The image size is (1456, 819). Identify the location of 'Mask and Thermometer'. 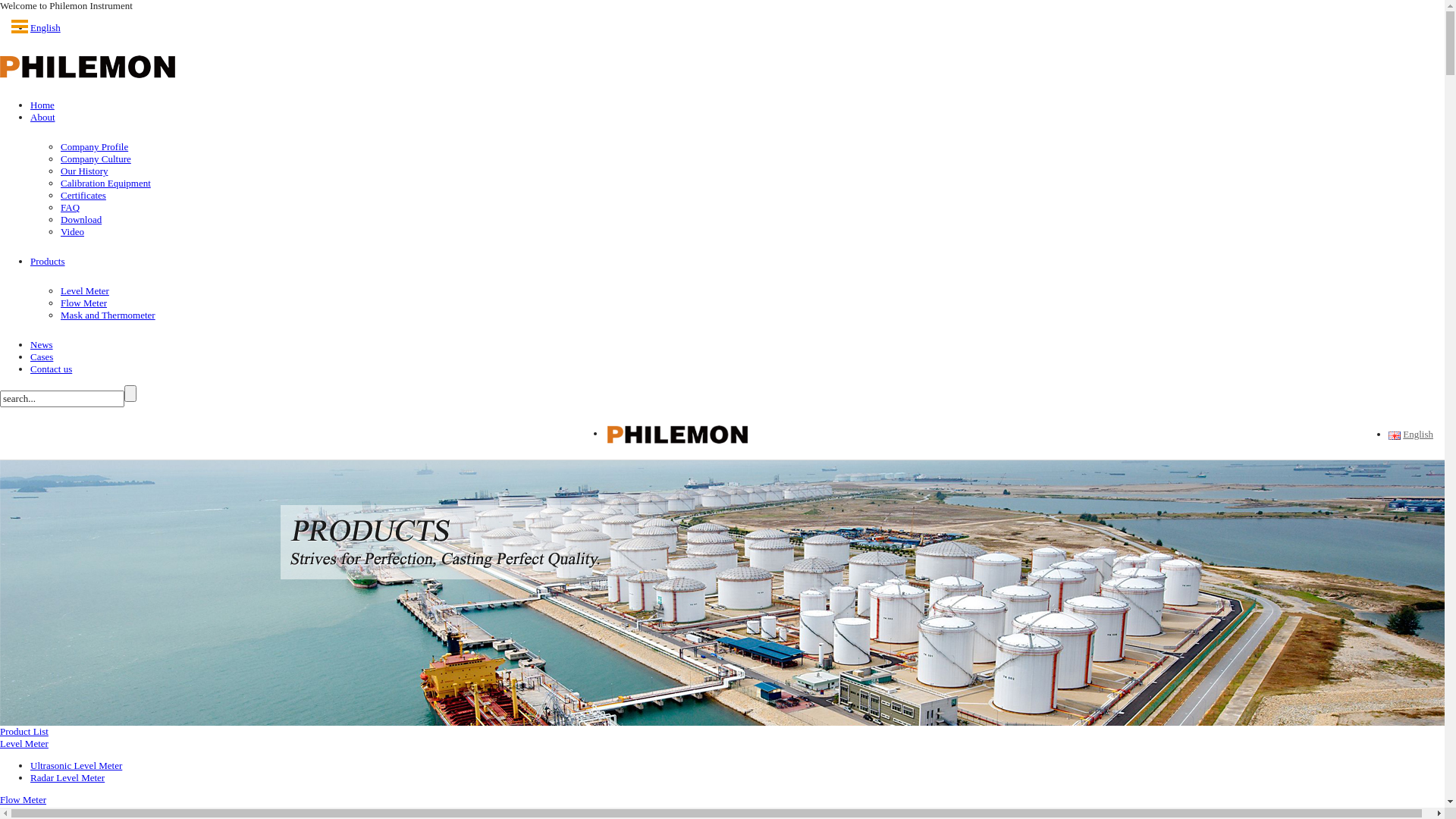
(107, 314).